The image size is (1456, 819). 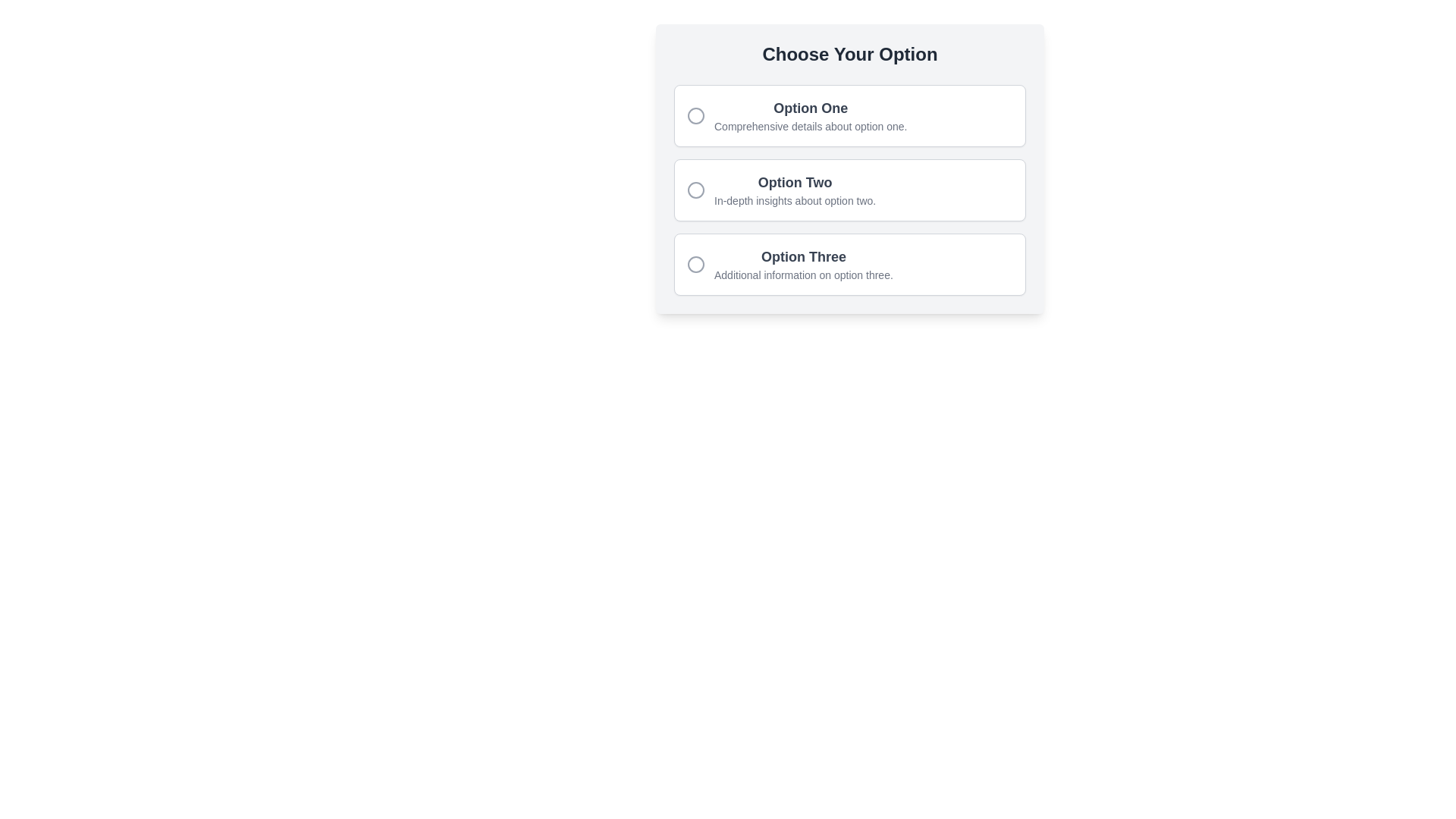 What do you see at coordinates (802, 263) in the screenshot?
I see `the third option in a vertically stacked list of selectable options, which is styled as a selectable card with a circular indicator to its left` at bounding box center [802, 263].